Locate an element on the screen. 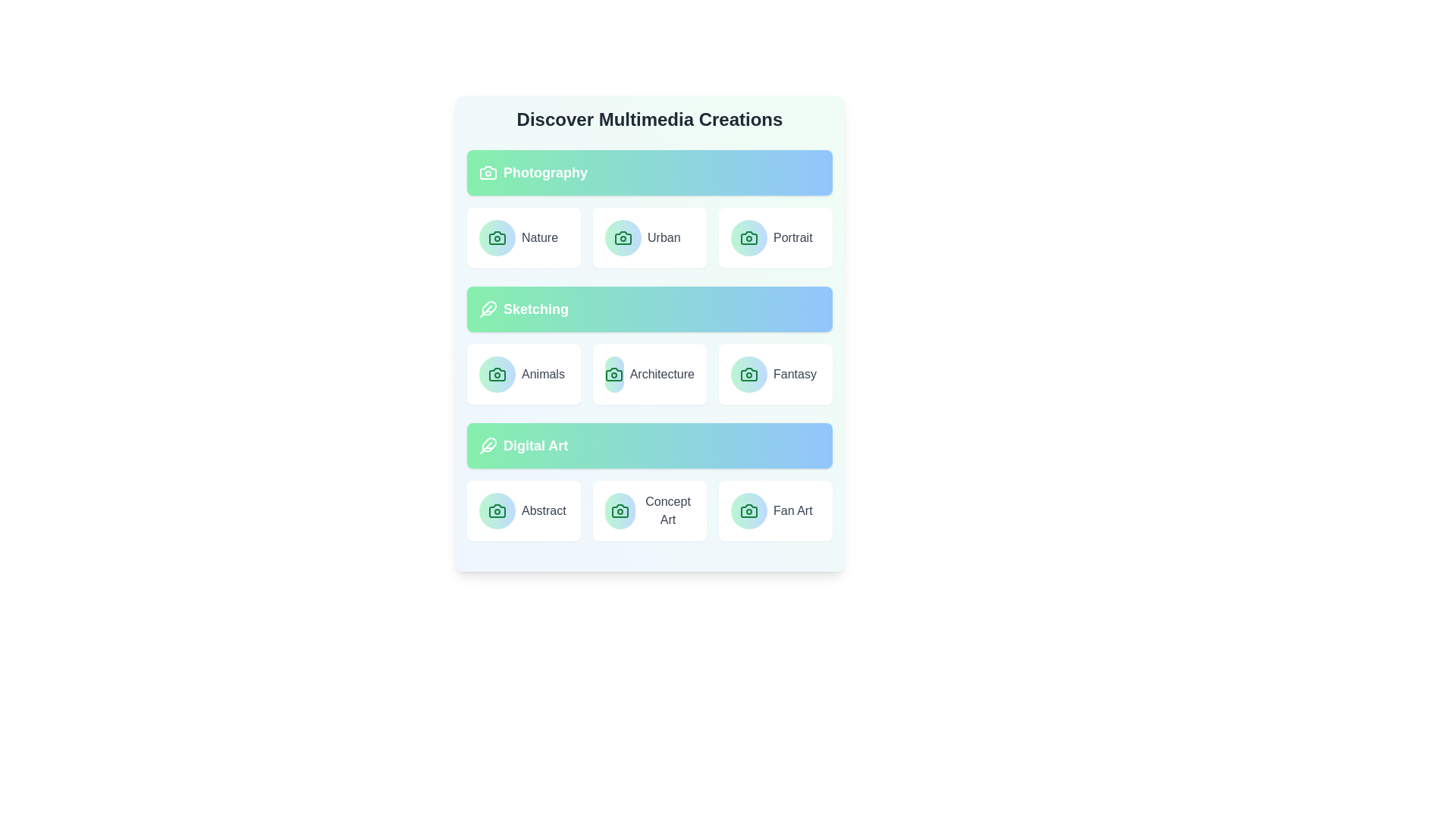  the icon associated with the Concept Art category is located at coordinates (620, 511).